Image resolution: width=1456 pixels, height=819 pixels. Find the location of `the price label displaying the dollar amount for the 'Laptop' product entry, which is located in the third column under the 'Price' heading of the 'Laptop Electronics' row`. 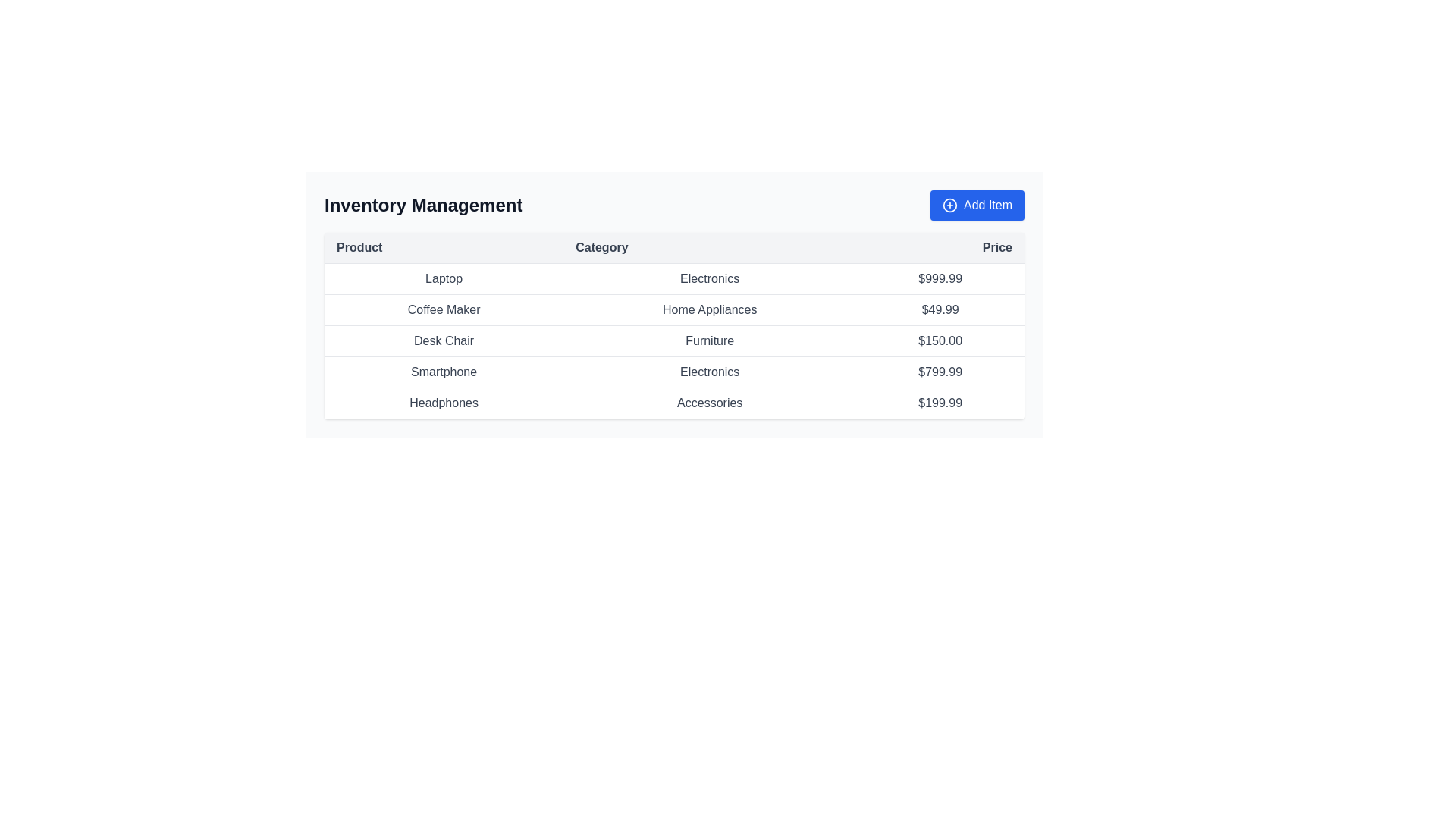

the price label displaying the dollar amount for the 'Laptop' product entry, which is located in the third column under the 'Price' heading of the 'Laptop Electronics' row is located at coordinates (940, 278).